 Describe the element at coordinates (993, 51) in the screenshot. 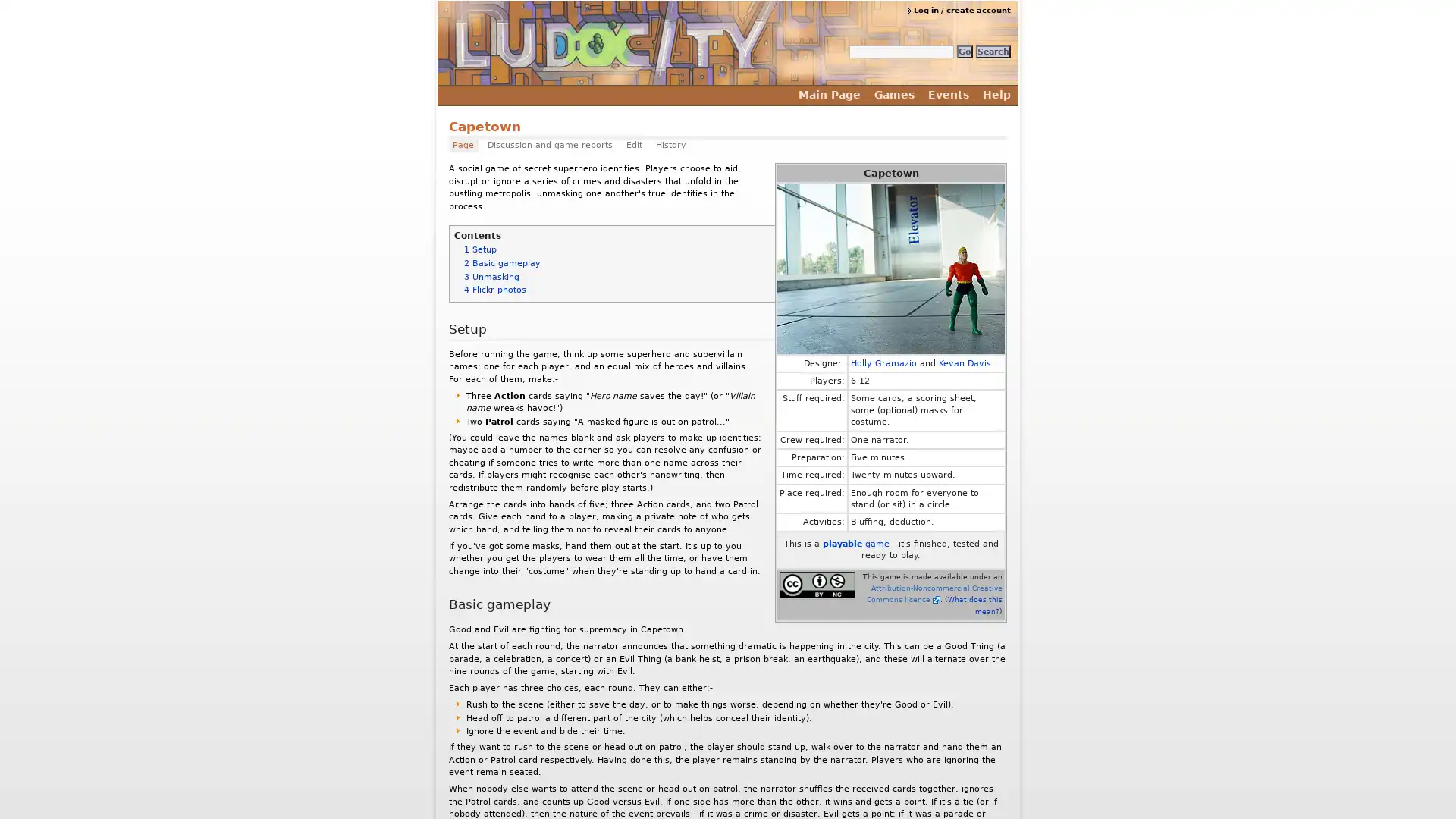

I see `Search` at that location.